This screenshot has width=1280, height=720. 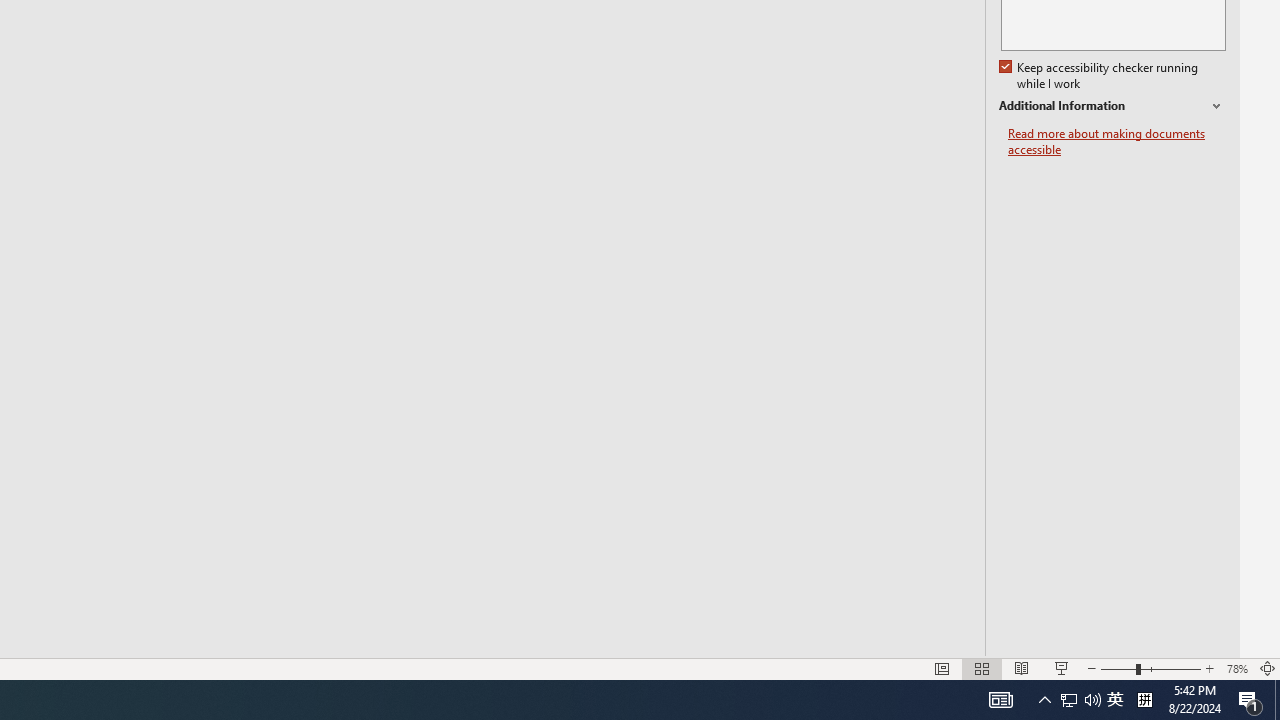 What do you see at coordinates (1111, 106) in the screenshot?
I see `'Additional Information'` at bounding box center [1111, 106].